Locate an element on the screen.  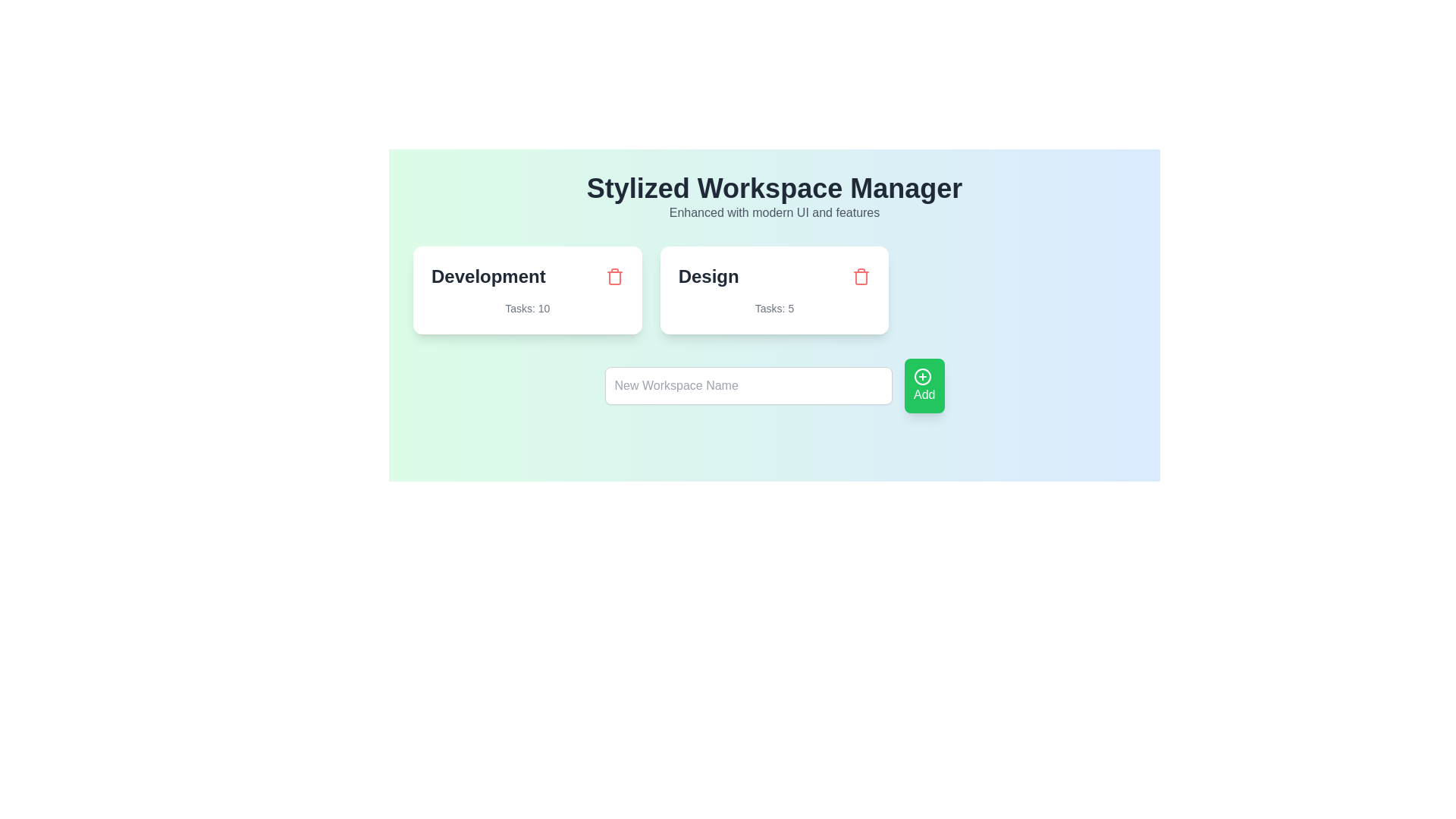
the green rectangular button labeled 'Add' with a '+' icon, located to the right of the input field for keyboard input is located at coordinates (924, 385).